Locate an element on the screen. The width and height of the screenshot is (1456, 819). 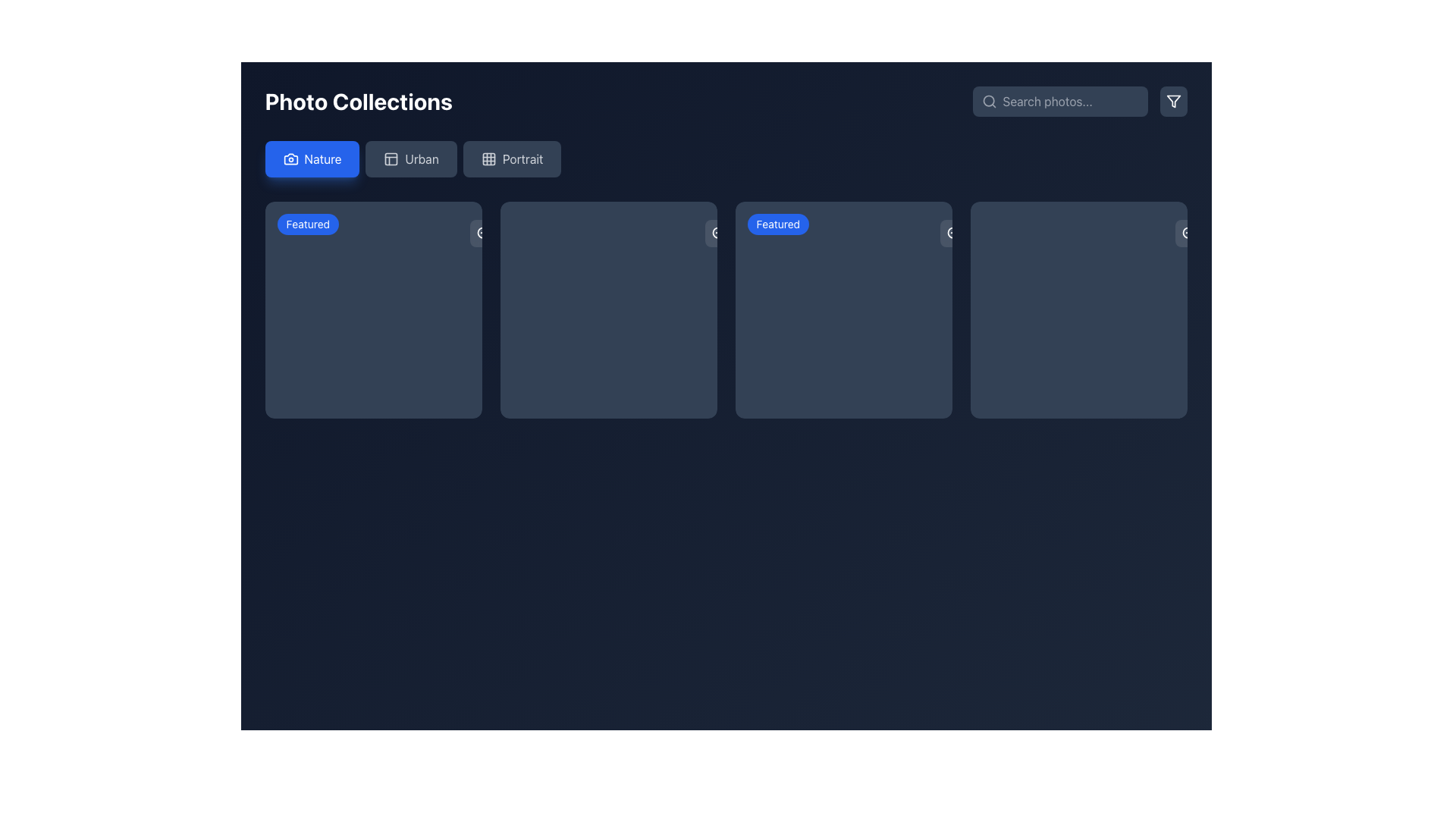
the 'Urban' button, which is styled with a dark background and light gray text, positioned between the 'Nature' and 'Portrait' buttons in a horizontal row is located at coordinates (411, 158).